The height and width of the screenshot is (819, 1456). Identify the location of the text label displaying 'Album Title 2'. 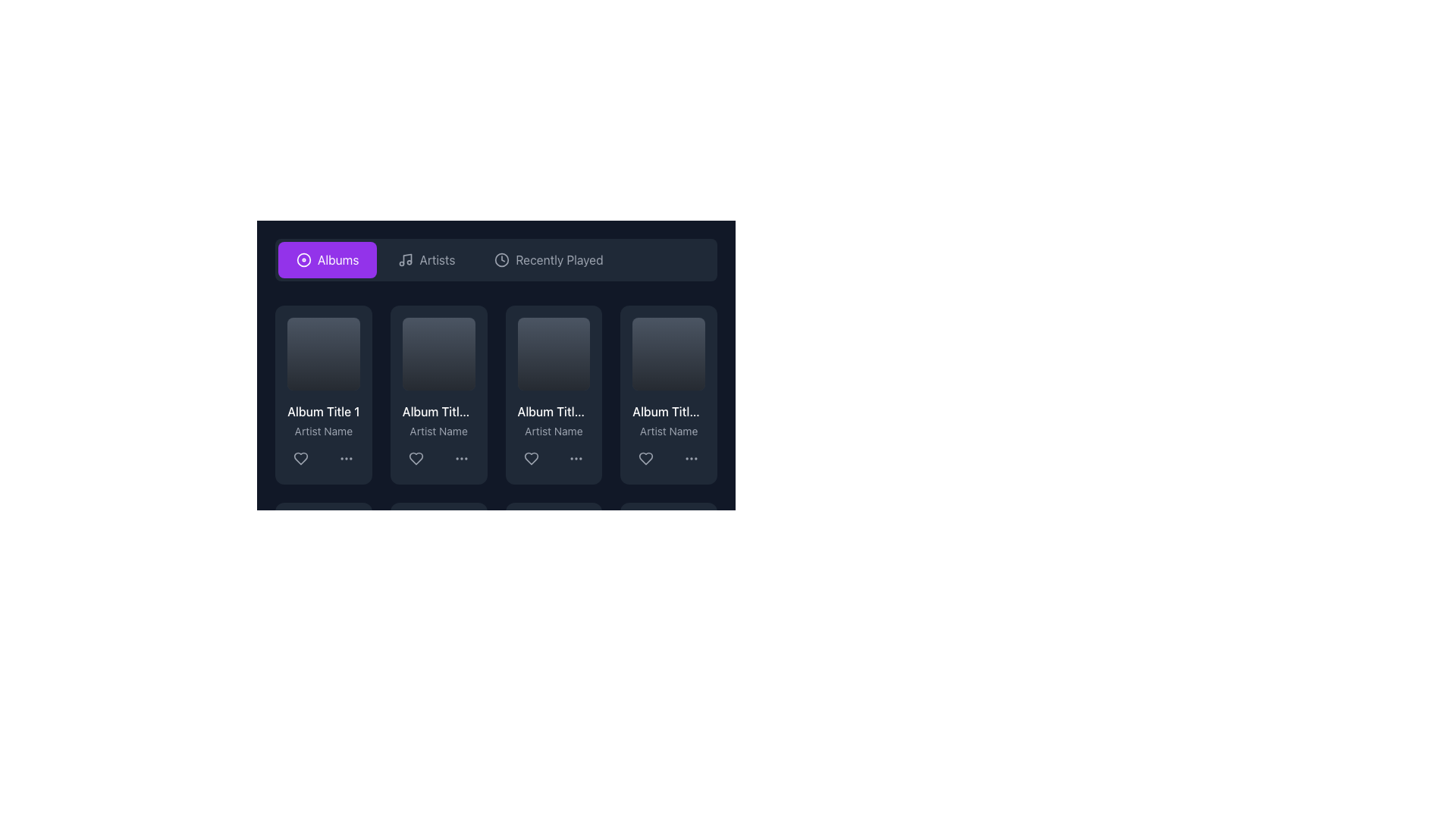
(438, 411).